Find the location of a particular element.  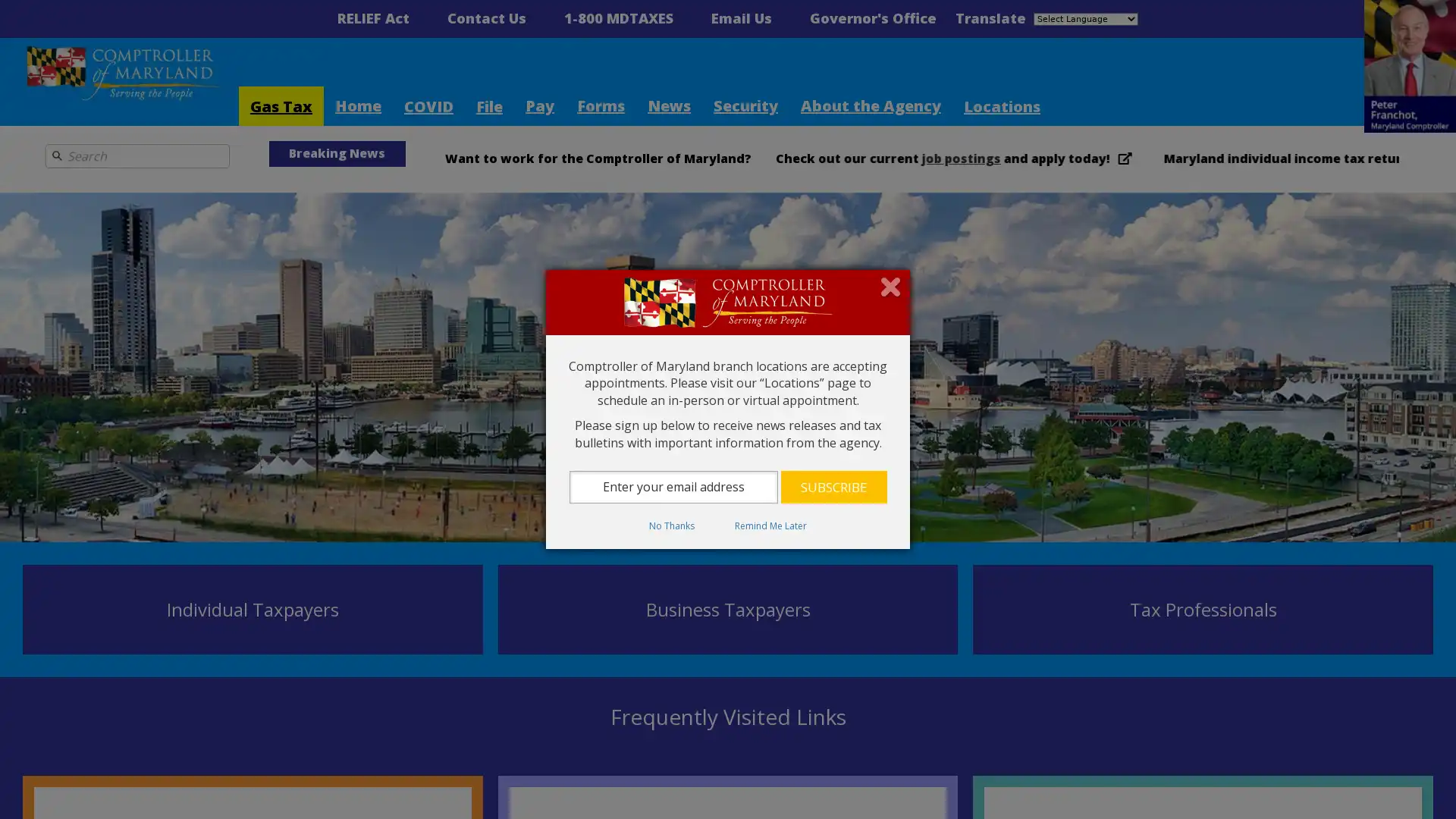

Subscribe is located at coordinates (833, 486).